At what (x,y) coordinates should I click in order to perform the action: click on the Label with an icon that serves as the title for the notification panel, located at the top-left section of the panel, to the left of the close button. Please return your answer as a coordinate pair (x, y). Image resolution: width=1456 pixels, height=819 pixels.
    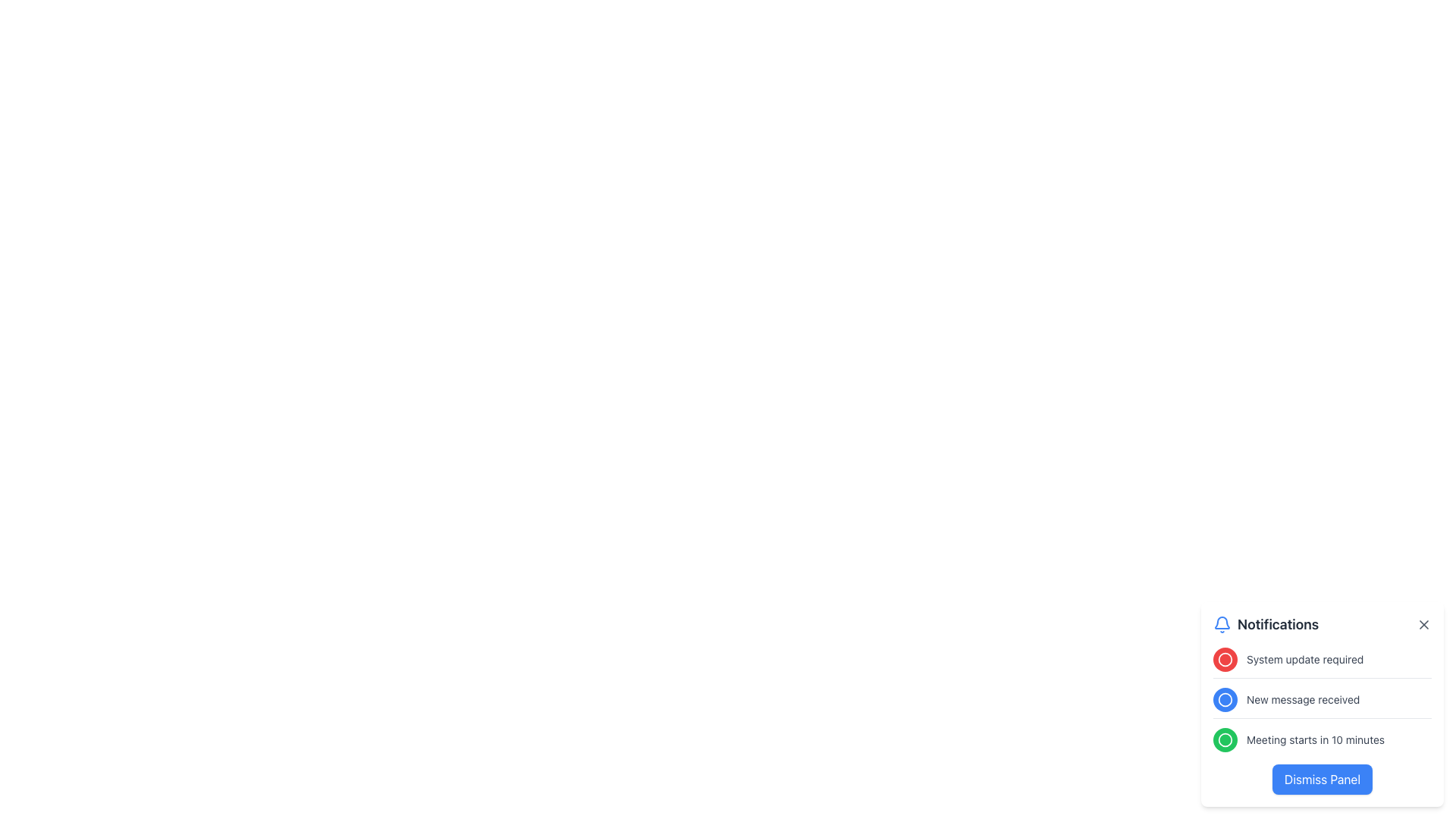
    Looking at the image, I should click on (1266, 625).